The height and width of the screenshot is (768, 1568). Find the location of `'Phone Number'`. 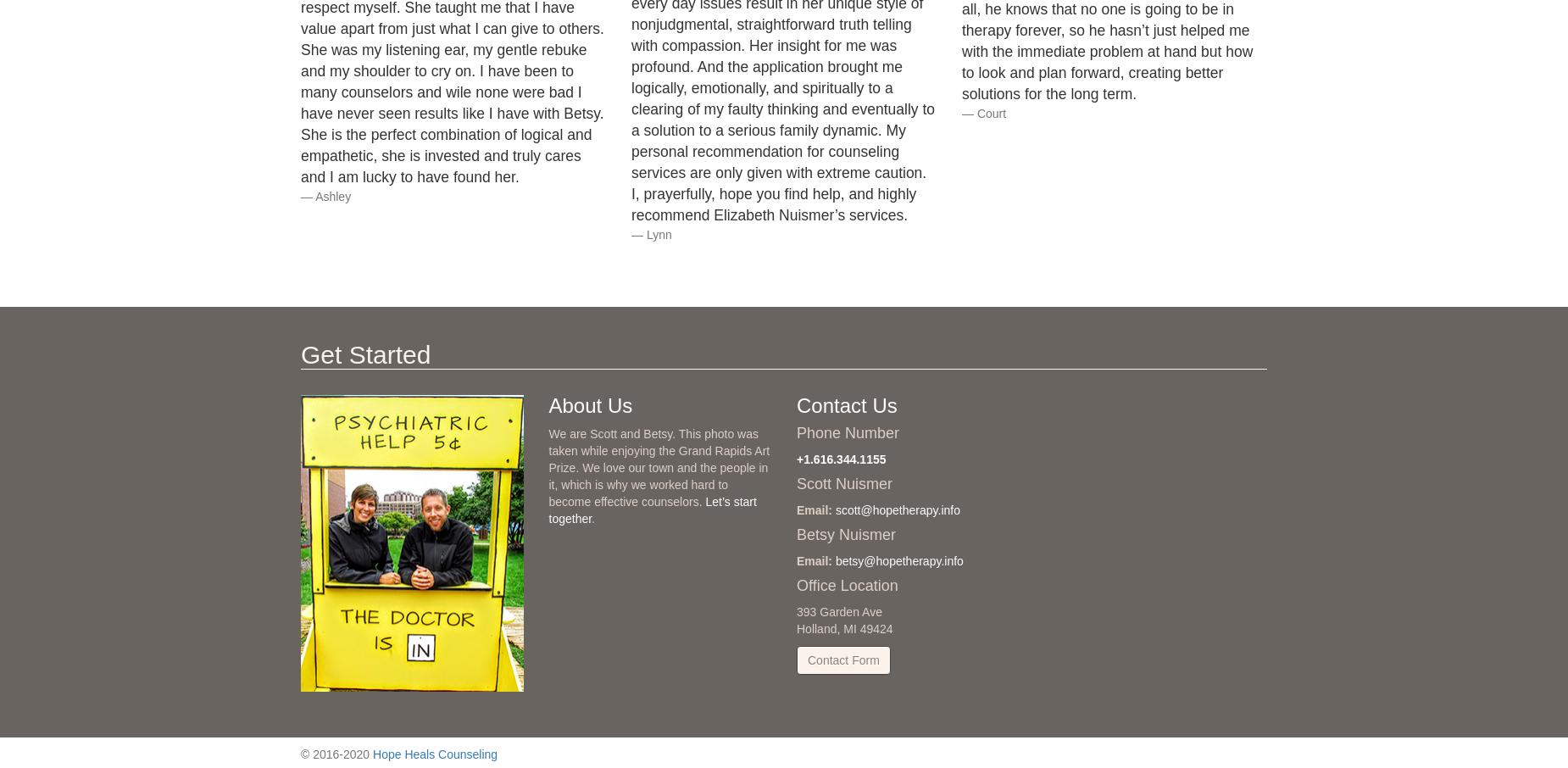

'Phone Number' is located at coordinates (847, 432).